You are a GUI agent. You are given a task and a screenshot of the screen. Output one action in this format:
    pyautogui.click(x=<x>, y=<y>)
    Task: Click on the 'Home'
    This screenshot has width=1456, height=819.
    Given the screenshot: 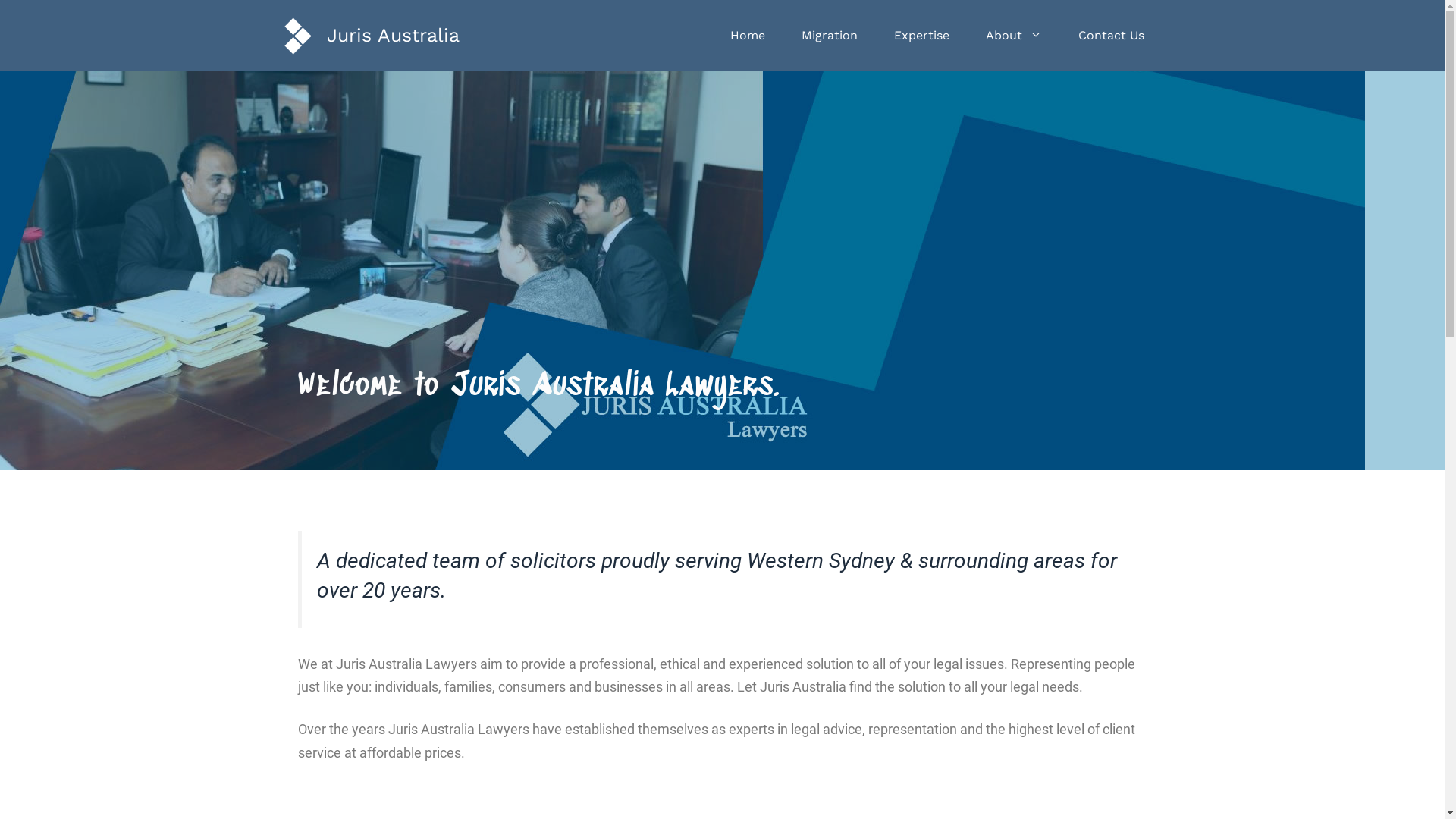 What is the action you would take?
    pyautogui.click(x=746, y=34)
    